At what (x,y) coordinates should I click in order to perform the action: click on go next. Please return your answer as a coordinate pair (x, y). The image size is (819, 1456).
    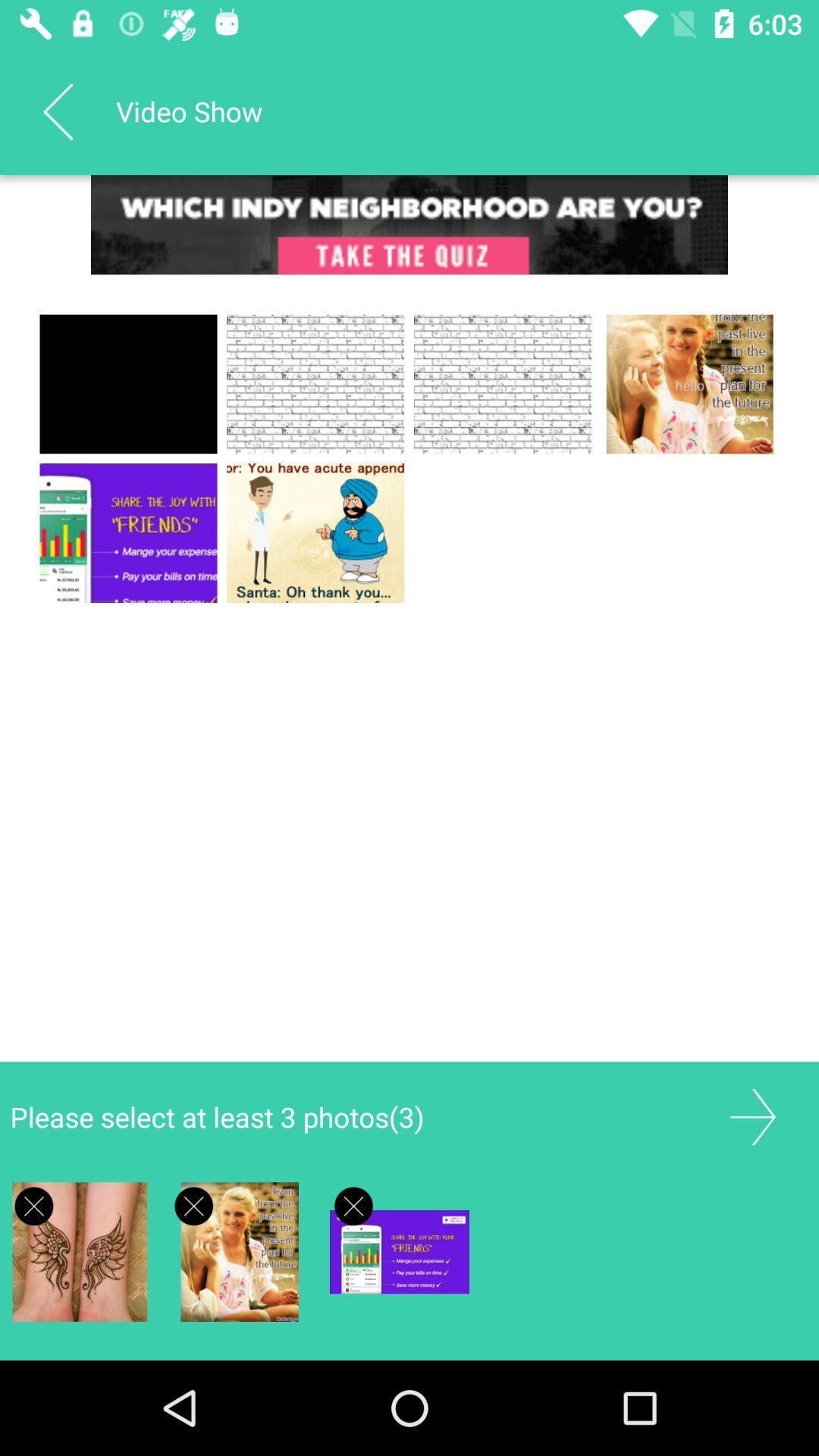
    Looking at the image, I should click on (752, 1117).